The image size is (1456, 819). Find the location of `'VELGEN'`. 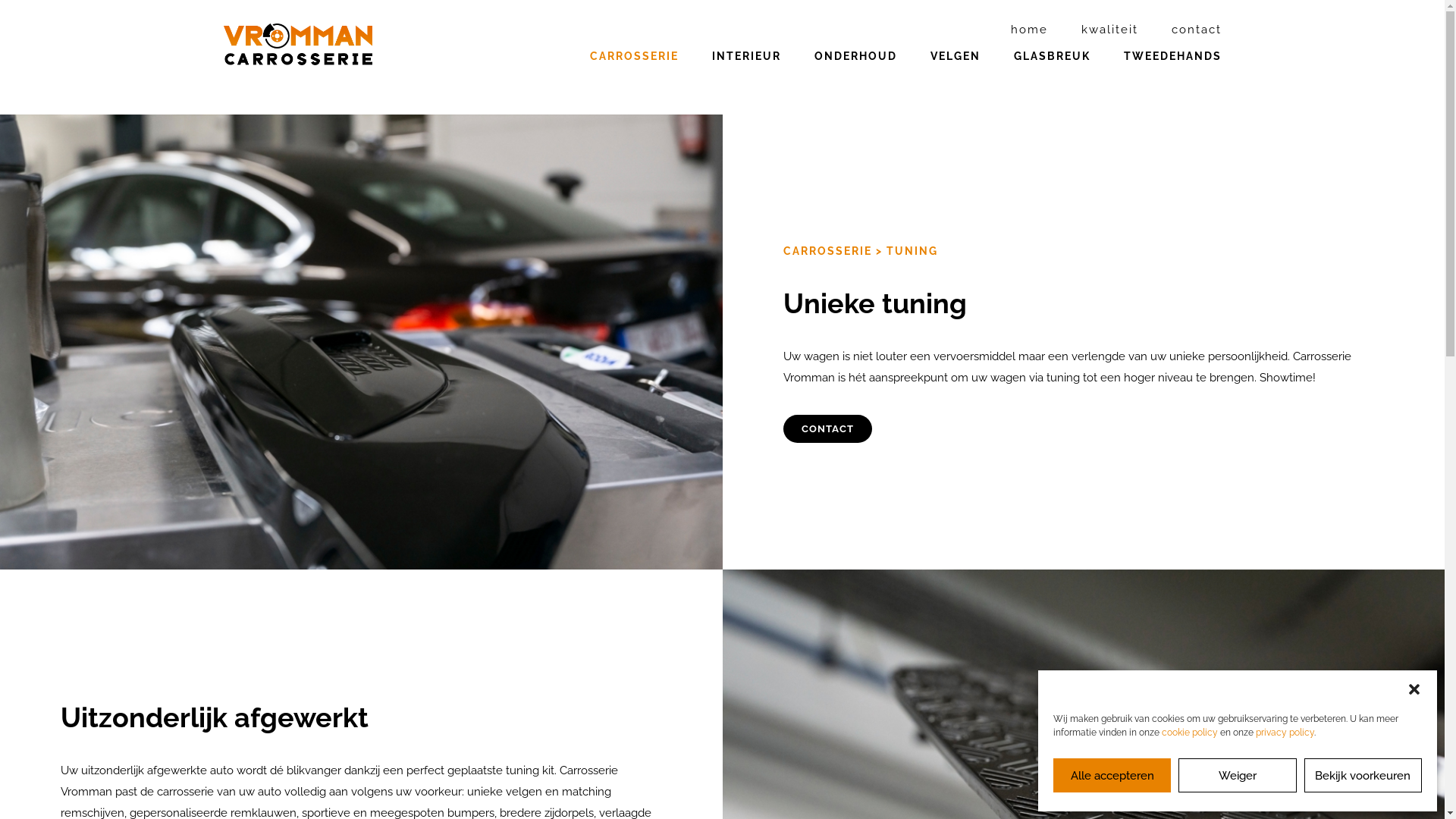

'VELGEN' is located at coordinates (913, 79).